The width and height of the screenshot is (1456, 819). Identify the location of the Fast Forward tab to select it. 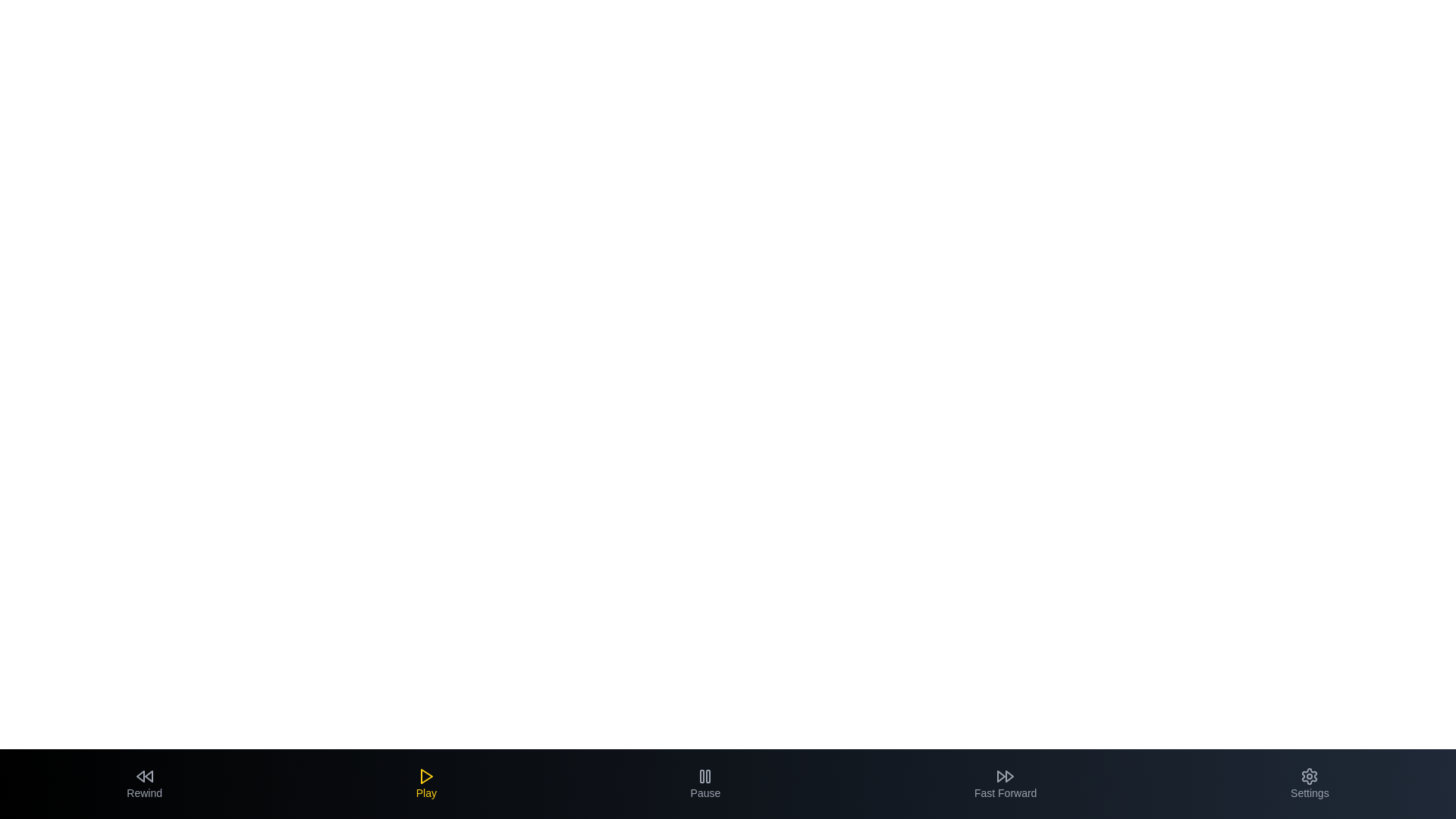
(1006, 783).